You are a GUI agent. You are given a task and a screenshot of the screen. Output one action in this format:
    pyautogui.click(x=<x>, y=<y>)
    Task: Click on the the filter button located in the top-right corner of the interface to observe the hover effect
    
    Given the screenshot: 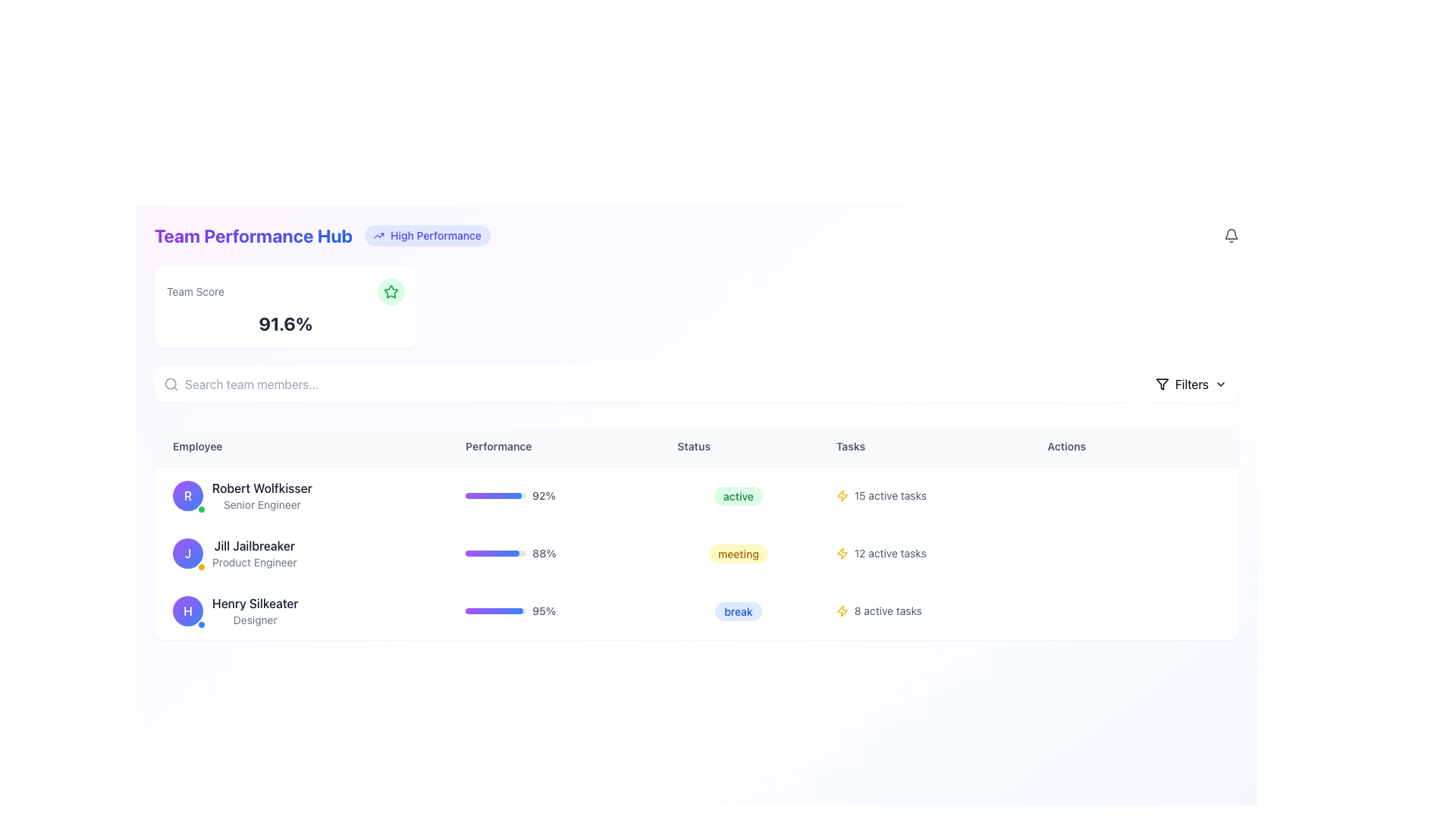 What is the action you would take?
    pyautogui.click(x=1190, y=383)
    